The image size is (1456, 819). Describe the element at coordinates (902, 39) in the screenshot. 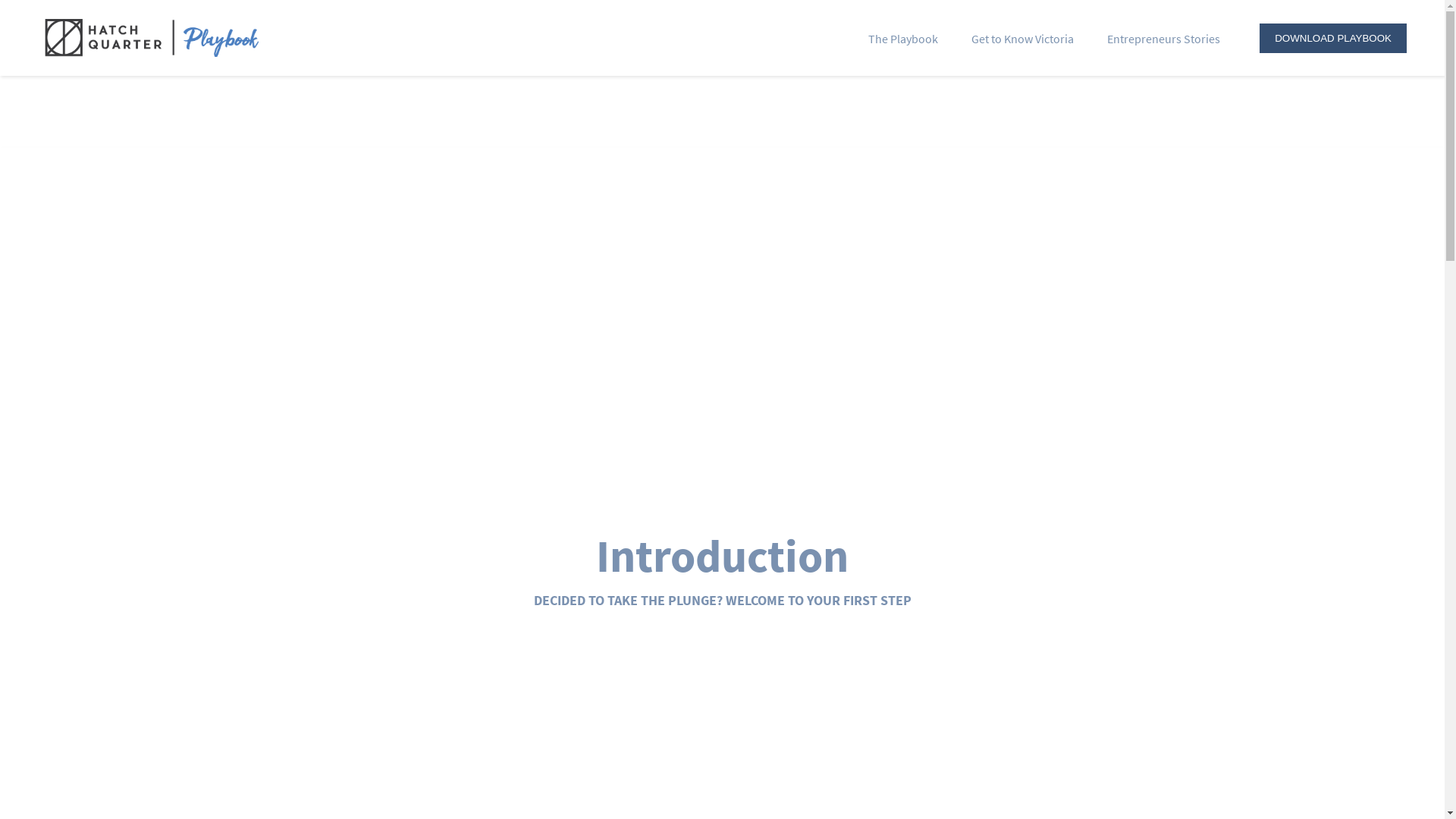

I see `'The Playbook'` at that location.